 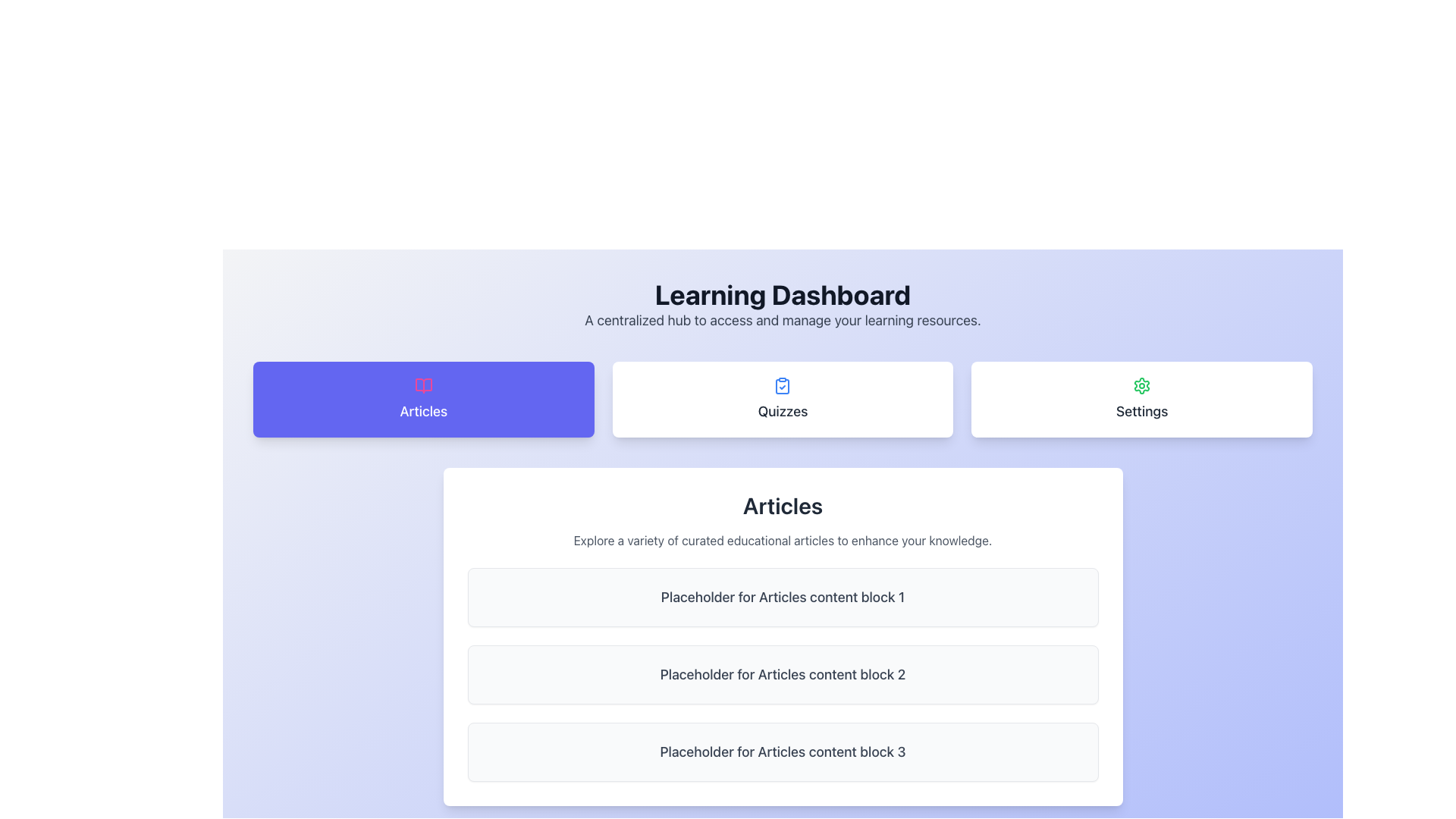 I want to click on text content of the third placeholder block for informational content under the 'Articles' section, located near the bottom of the grid, so click(x=783, y=752).